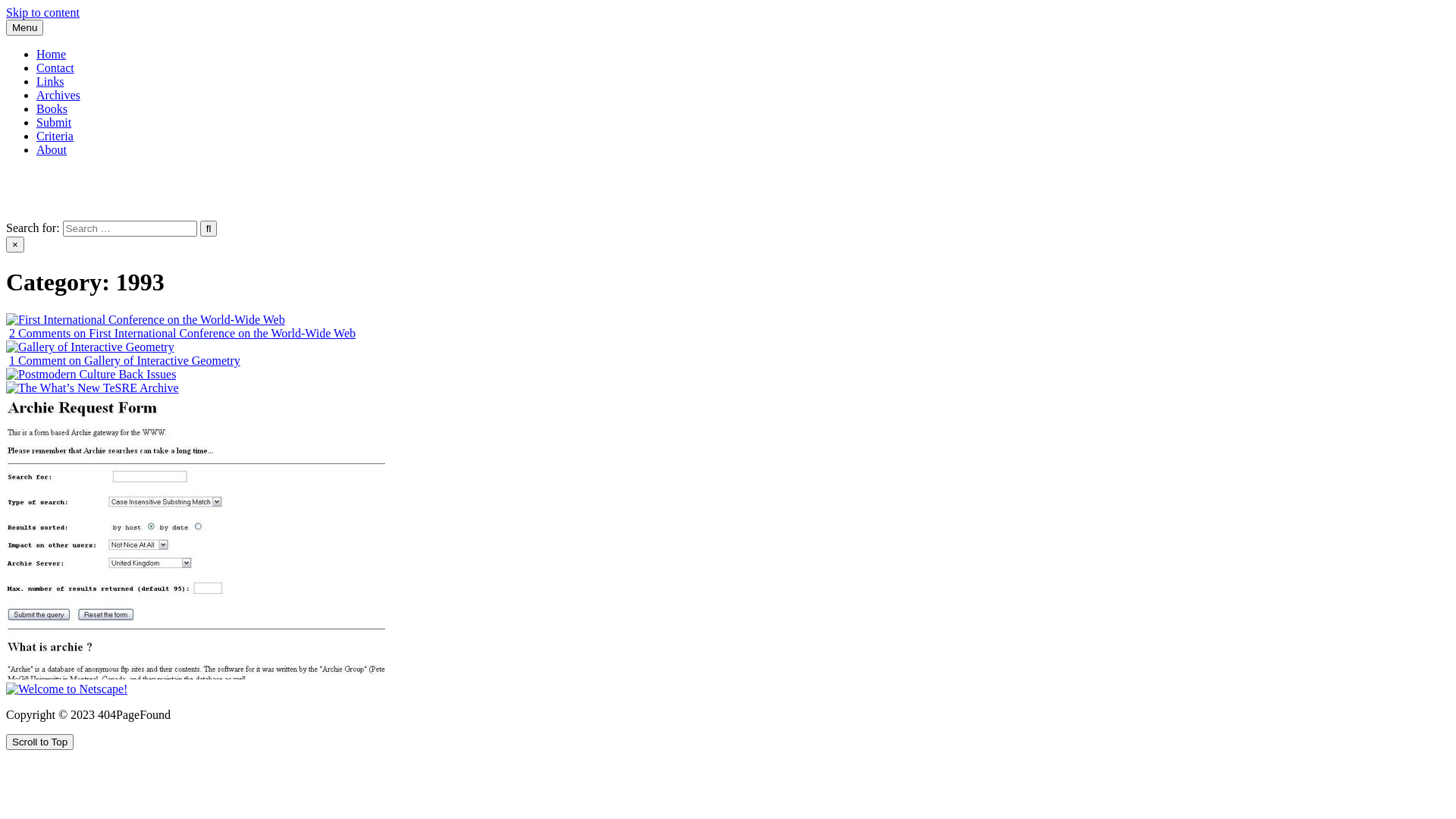  Describe the element at coordinates (55, 135) in the screenshot. I see `'Criteria'` at that location.